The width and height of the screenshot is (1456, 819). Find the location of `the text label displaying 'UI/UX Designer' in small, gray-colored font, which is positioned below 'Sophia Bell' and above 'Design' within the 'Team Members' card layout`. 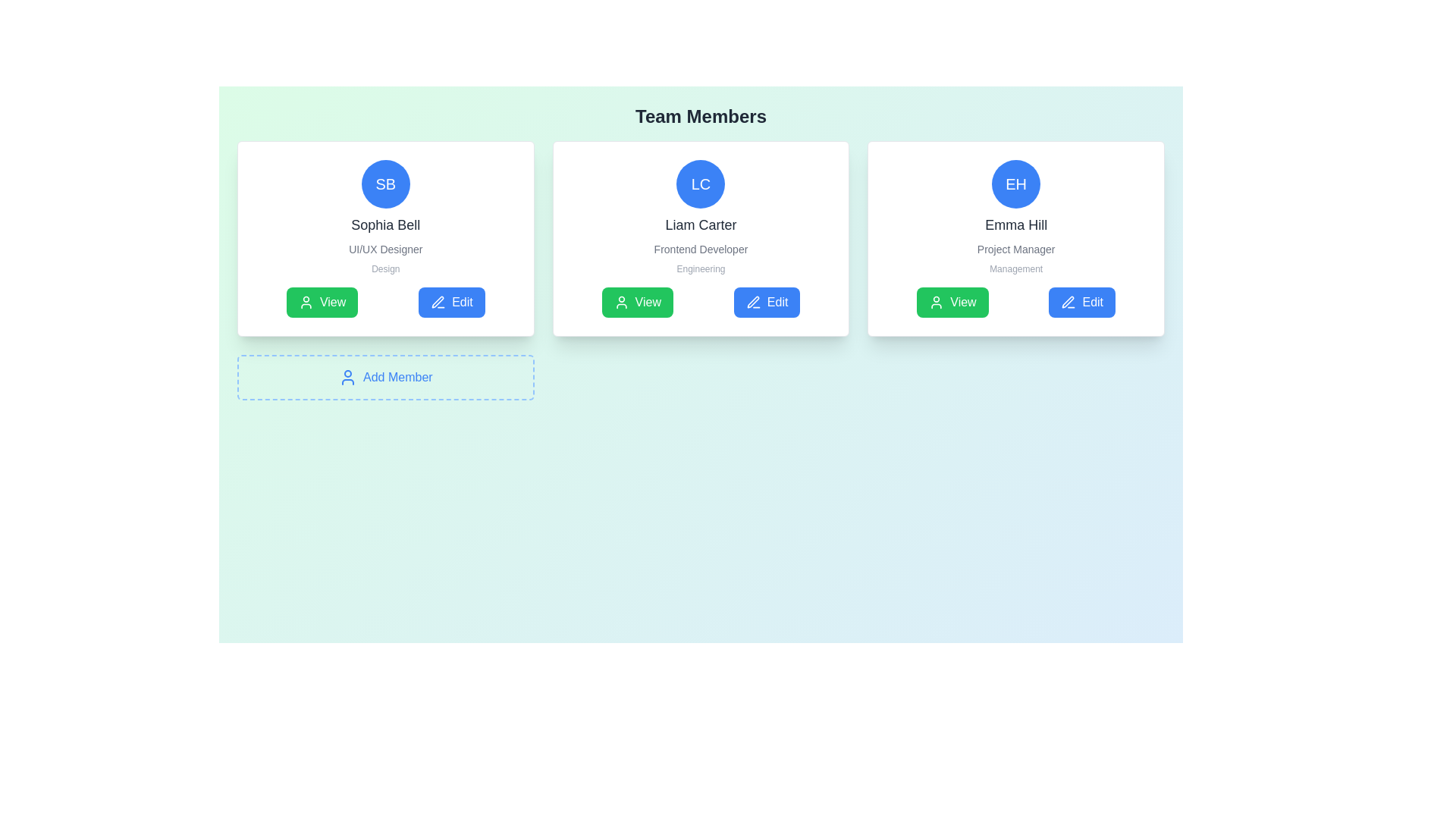

the text label displaying 'UI/UX Designer' in small, gray-colored font, which is positioned below 'Sophia Bell' and above 'Design' within the 'Team Members' card layout is located at coordinates (385, 248).